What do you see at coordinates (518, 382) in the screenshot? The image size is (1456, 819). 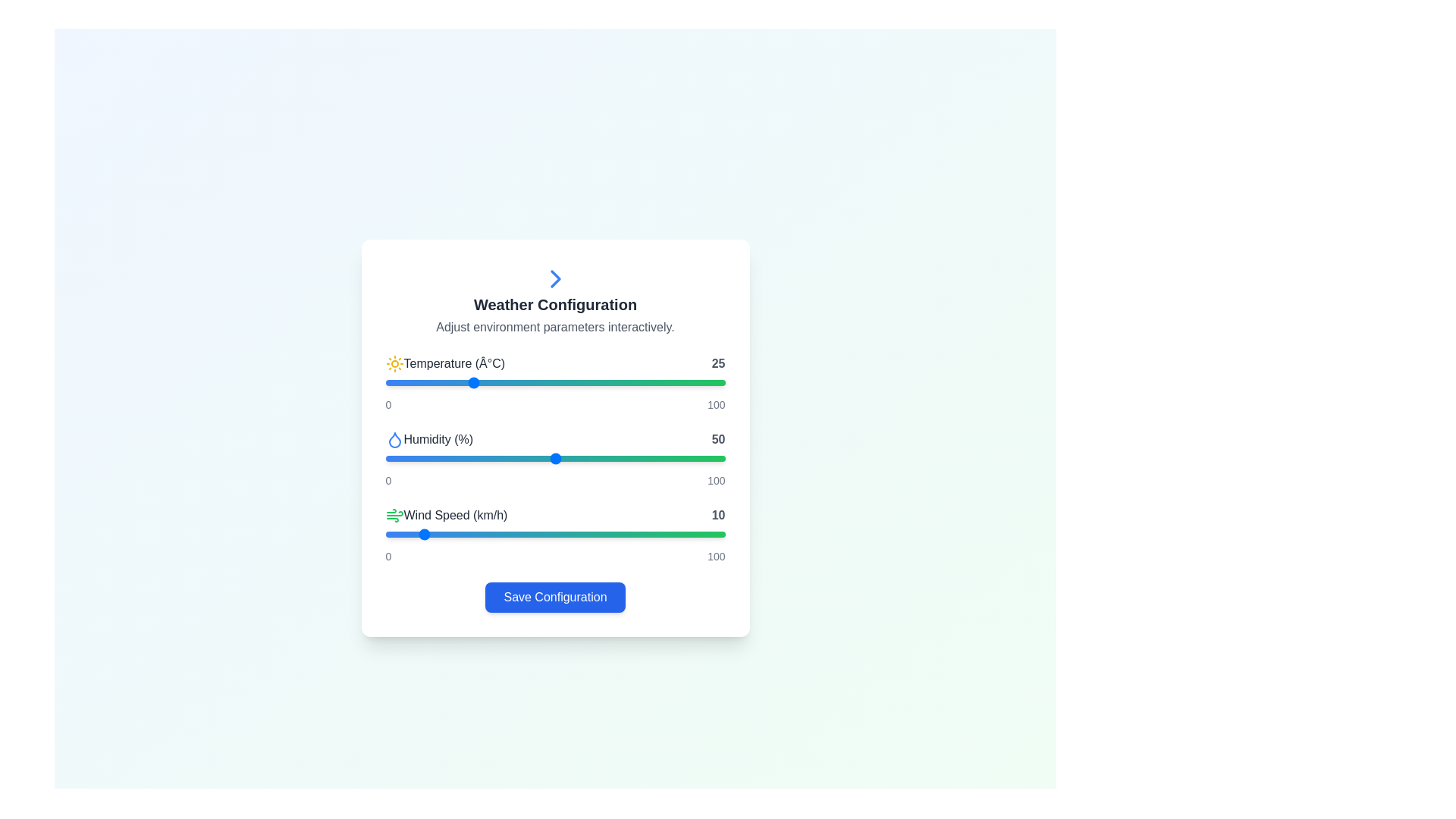 I see `slider value` at bounding box center [518, 382].